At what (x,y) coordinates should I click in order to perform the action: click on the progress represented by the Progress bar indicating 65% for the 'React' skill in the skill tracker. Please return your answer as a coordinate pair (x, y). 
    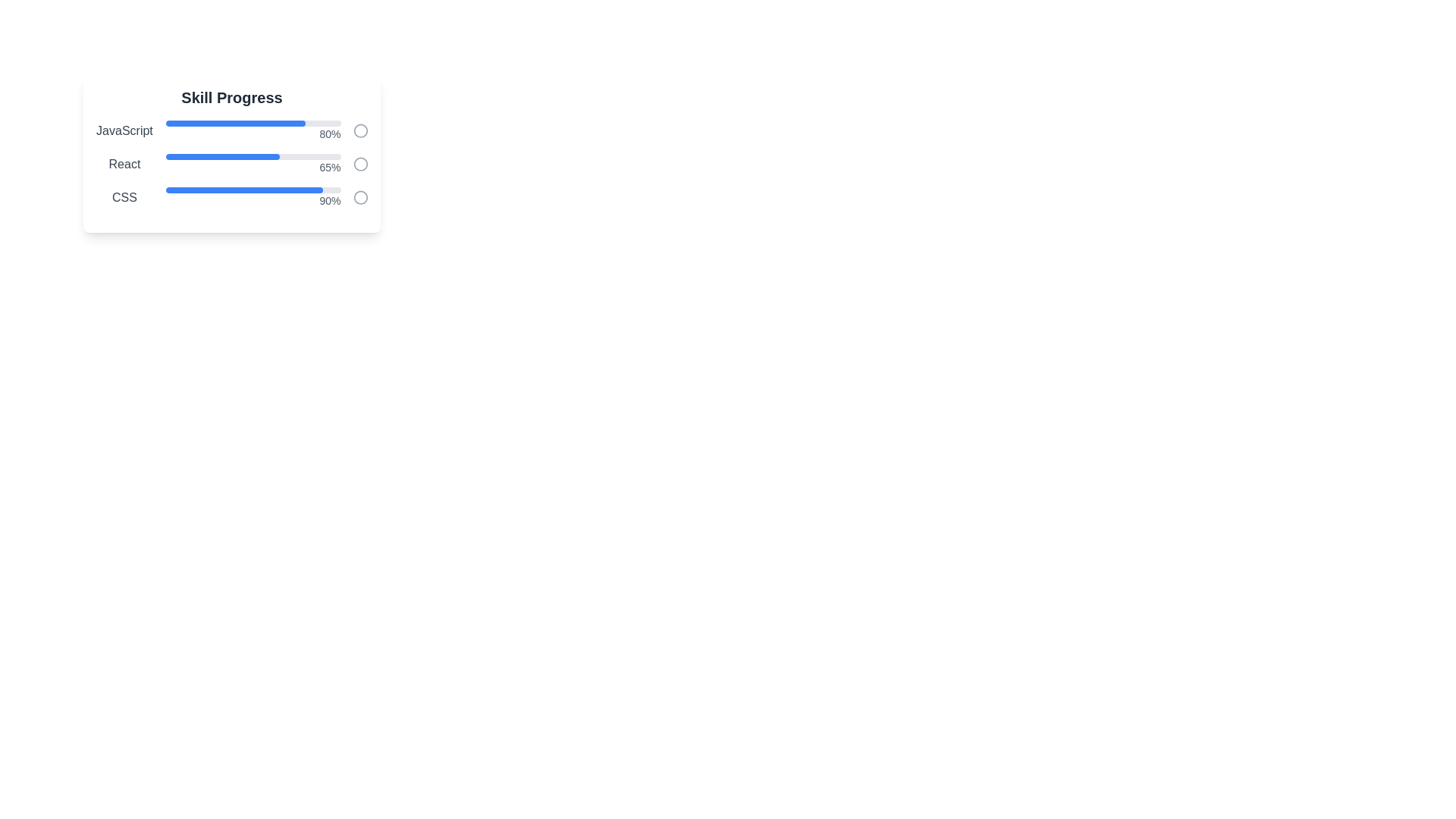
    Looking at the image, I should click on (221, 157).